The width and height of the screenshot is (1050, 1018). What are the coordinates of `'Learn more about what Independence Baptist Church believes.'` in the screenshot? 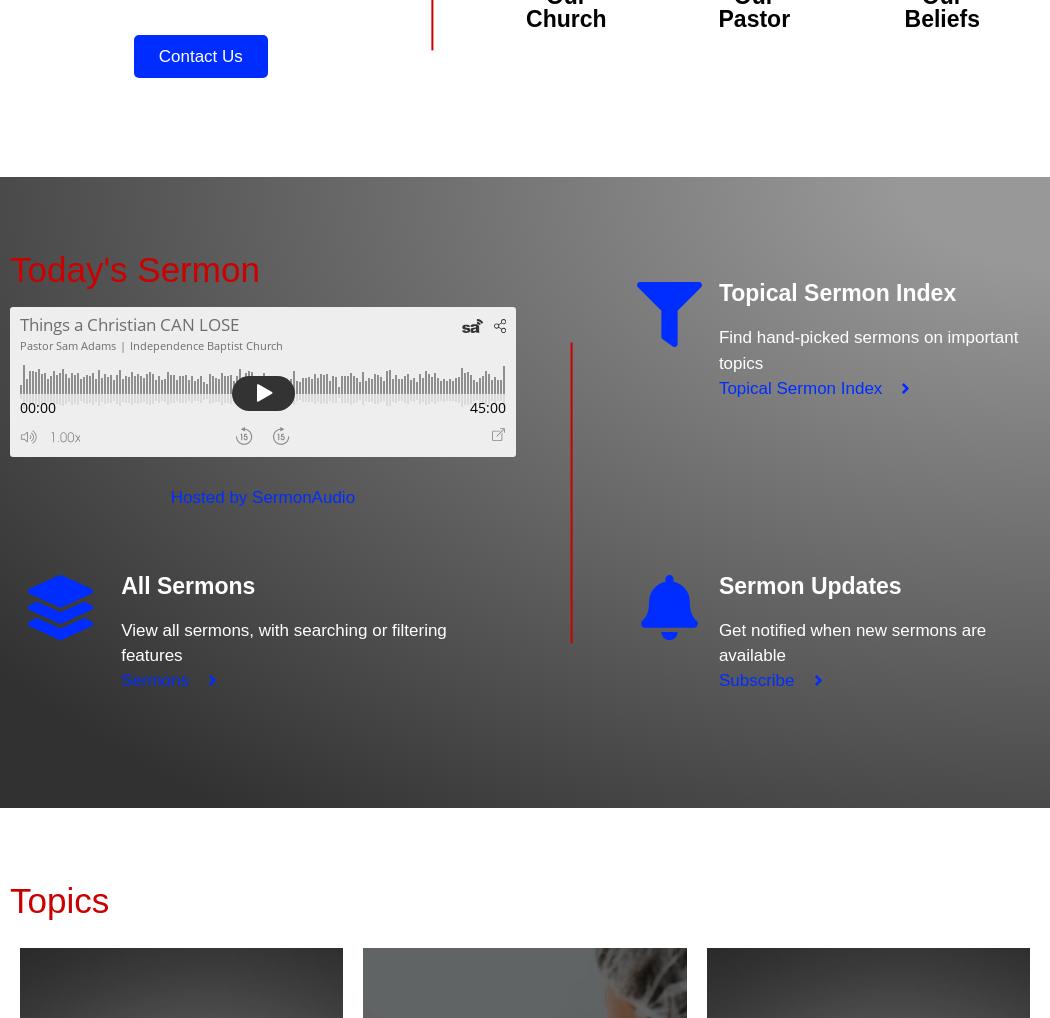 It's located at (940, 199).